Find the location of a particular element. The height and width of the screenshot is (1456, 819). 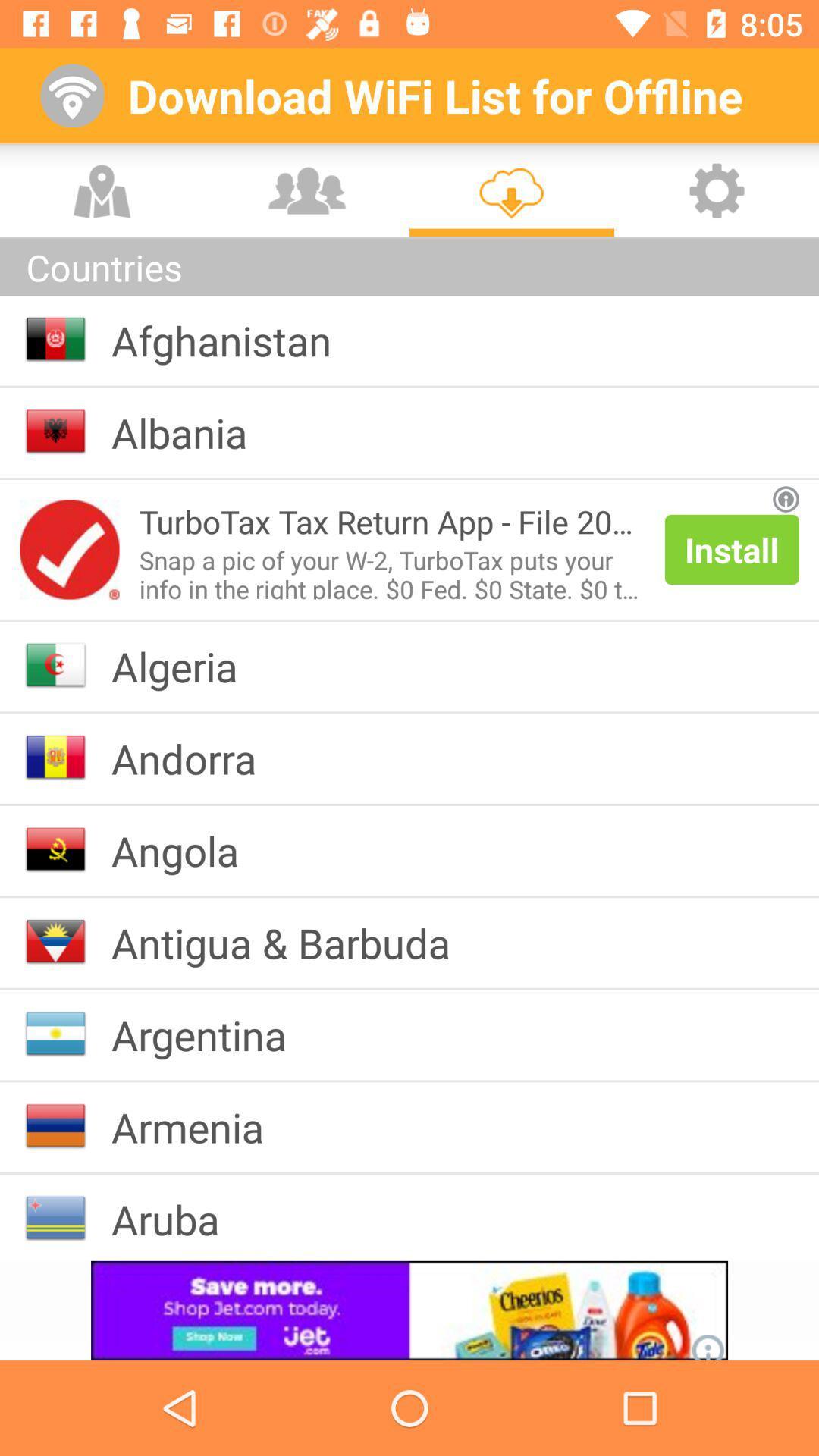

the argentina app is located at coordinates (211, 1034).